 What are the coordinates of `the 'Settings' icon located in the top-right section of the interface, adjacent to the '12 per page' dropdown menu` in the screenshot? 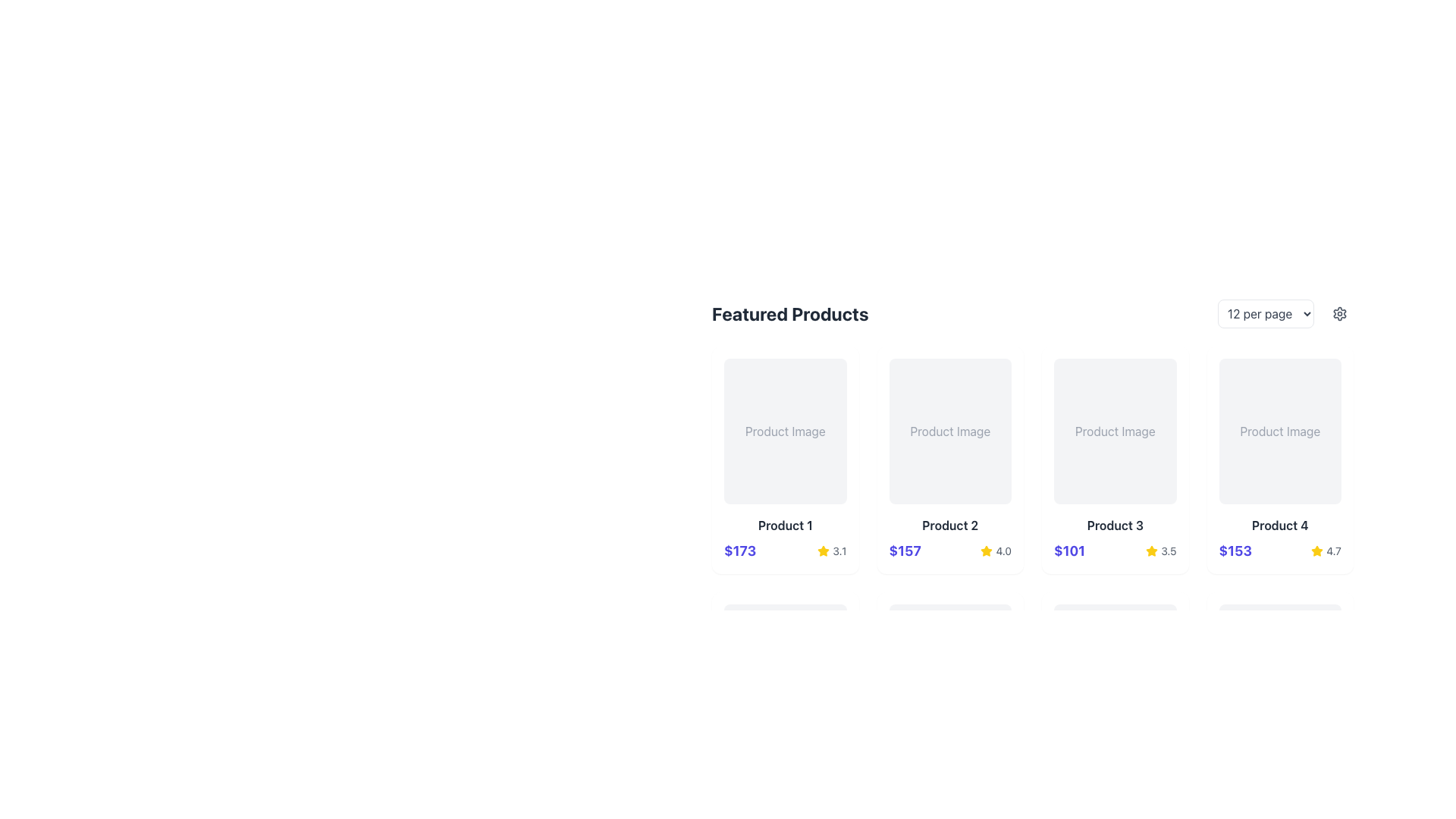 It's located at (1339, 312).